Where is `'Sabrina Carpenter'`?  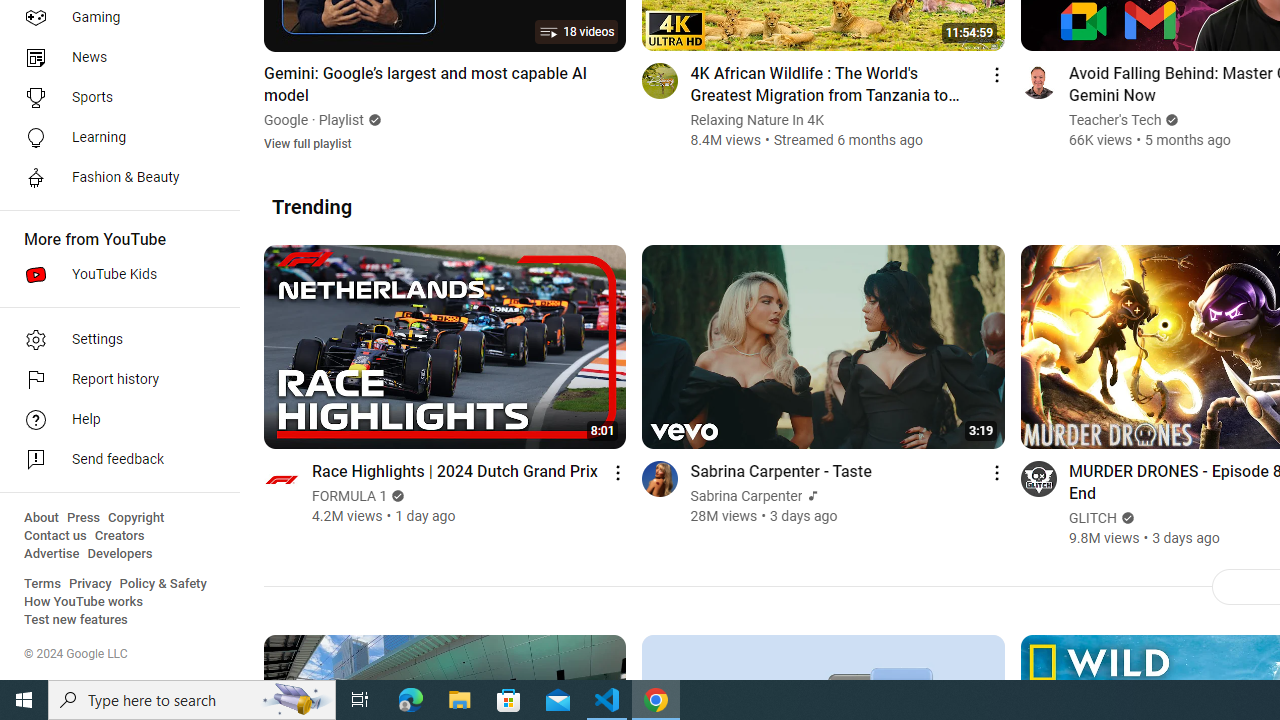 'Sabrina Carpenter' is located at coordinates (745, 495).